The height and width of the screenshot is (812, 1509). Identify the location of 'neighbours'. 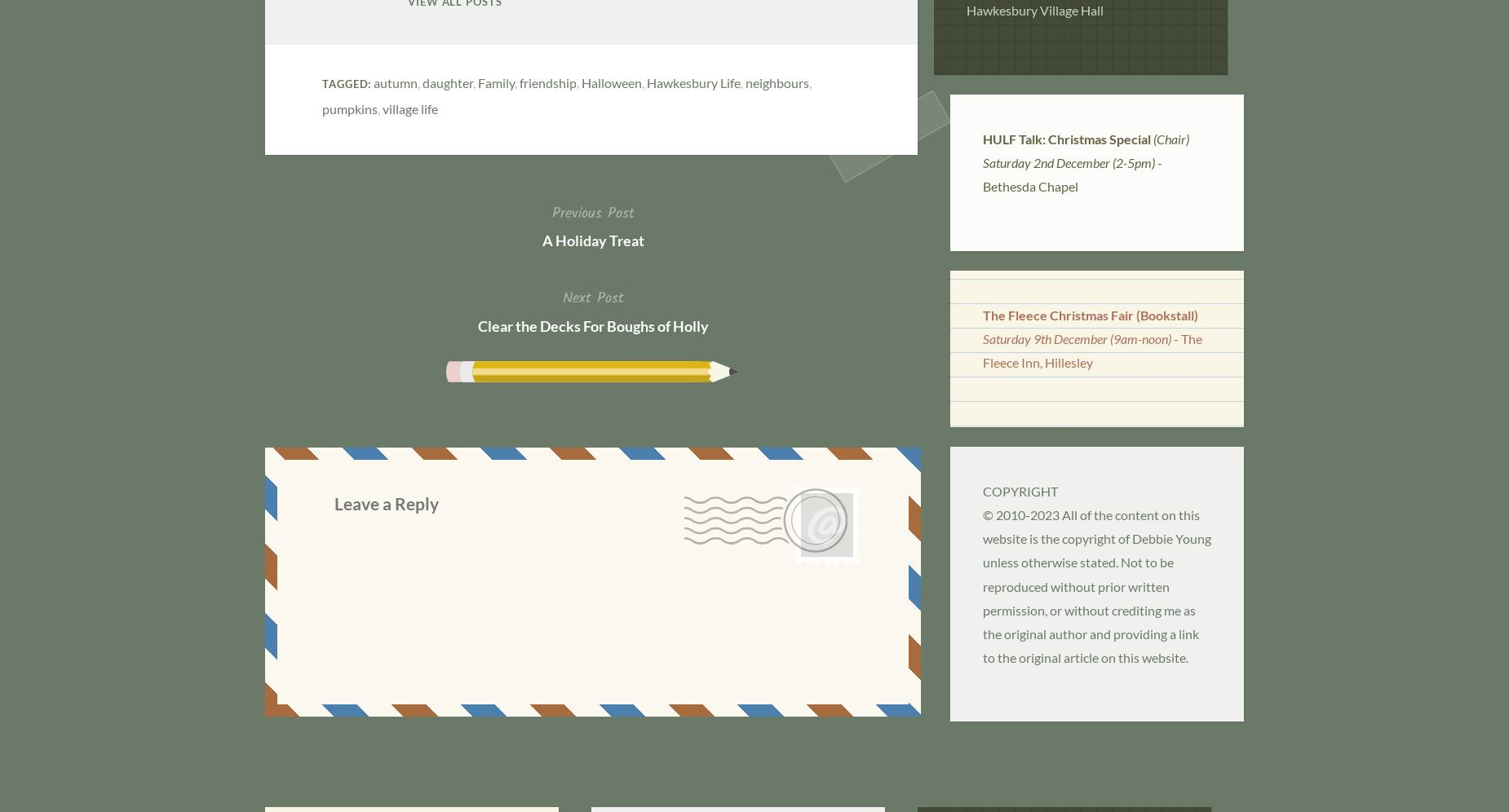
(776, 82).